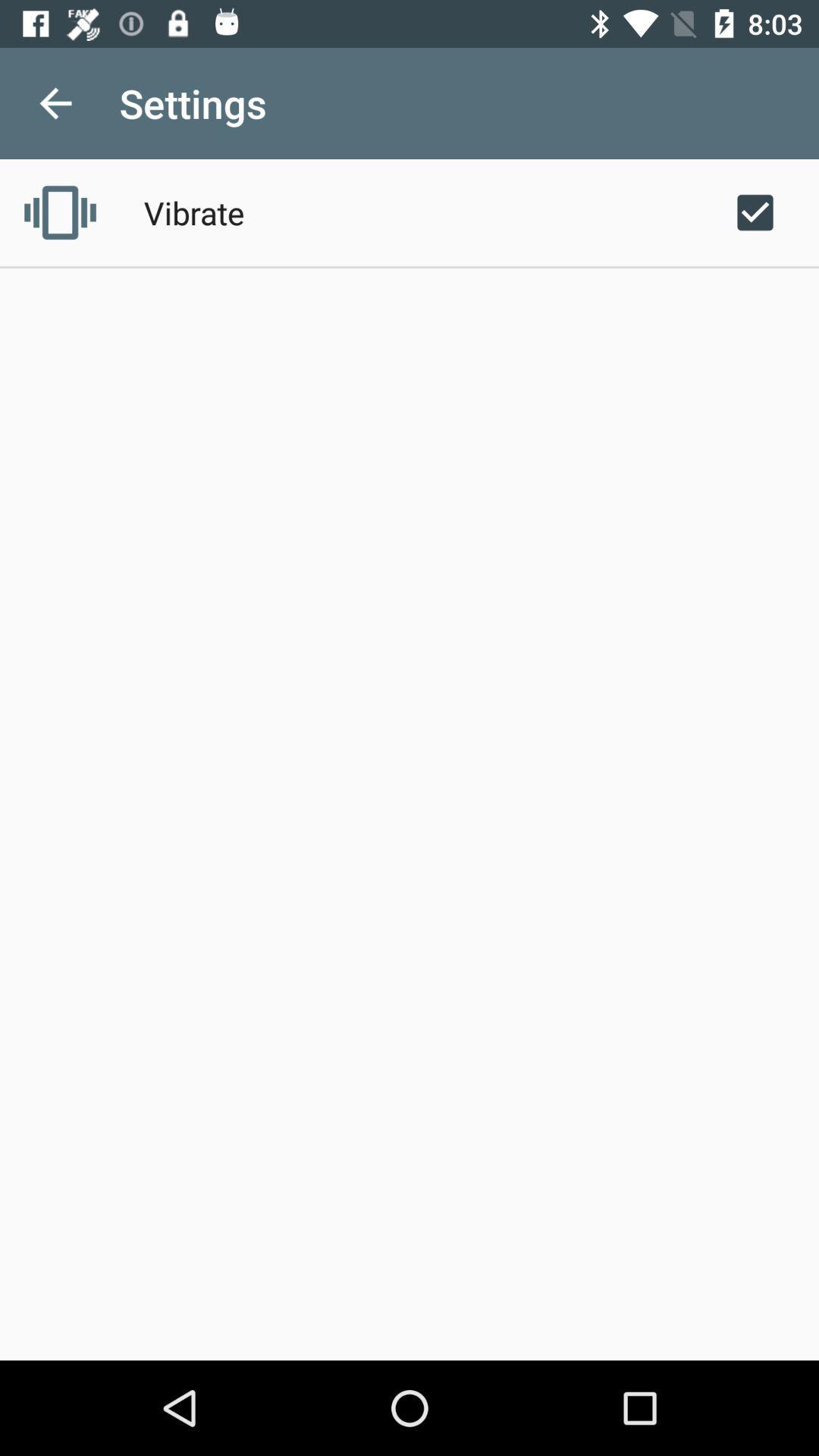  Describe the element at coordinates (193, 212) in the screenshot. I see `vibrate` at that location.